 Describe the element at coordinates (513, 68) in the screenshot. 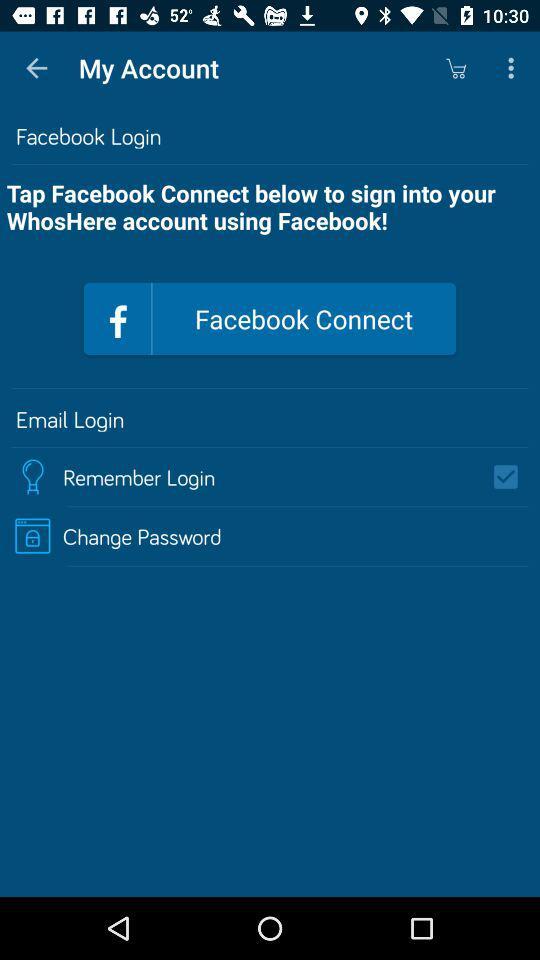

I see `the item above facebook login item` at that location.